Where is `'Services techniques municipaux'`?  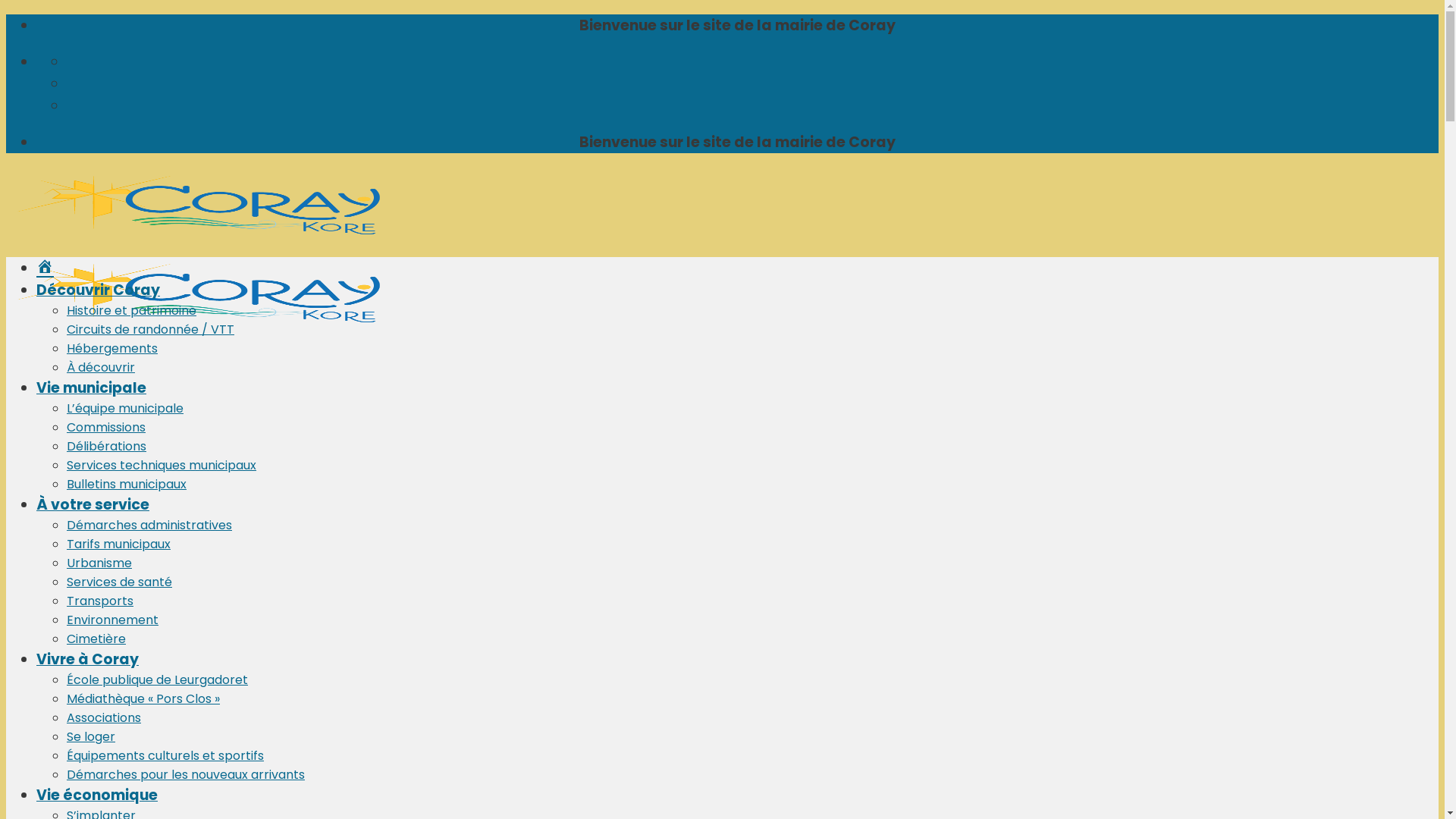 'Services techniques municipaux' is located at coordinates (65, 464).